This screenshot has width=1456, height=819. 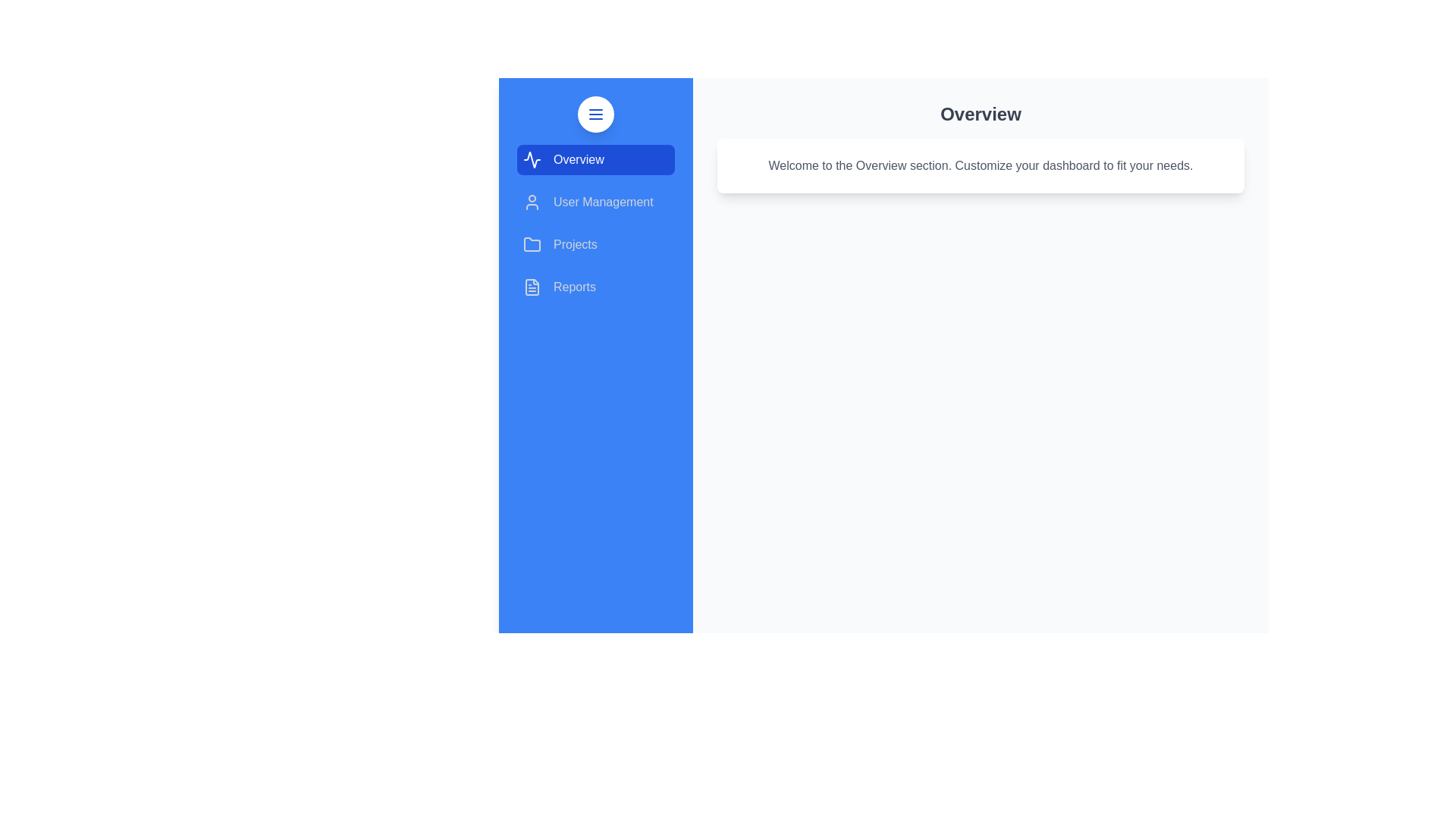 What do you see at coordinates (595, 244) in the screenshot?
I see `the sidebar section Projects` at bounding box center [595, 244].